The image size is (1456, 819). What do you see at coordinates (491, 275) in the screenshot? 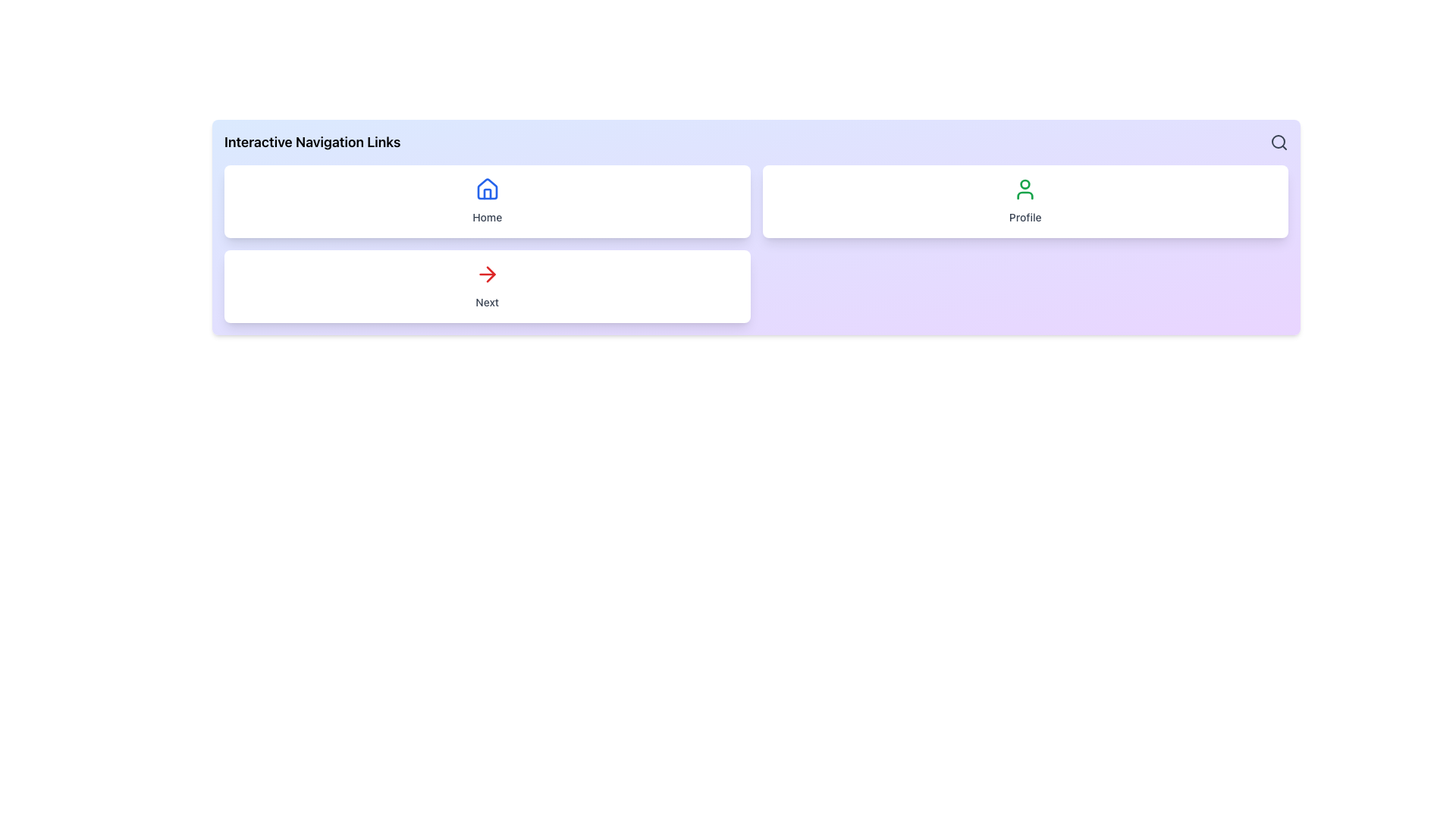
I see `the red arrow icon located within the white rectangular card labeled 'Next', which is positioned at the bottom-left of the interface` at bounding box center [491, 275].